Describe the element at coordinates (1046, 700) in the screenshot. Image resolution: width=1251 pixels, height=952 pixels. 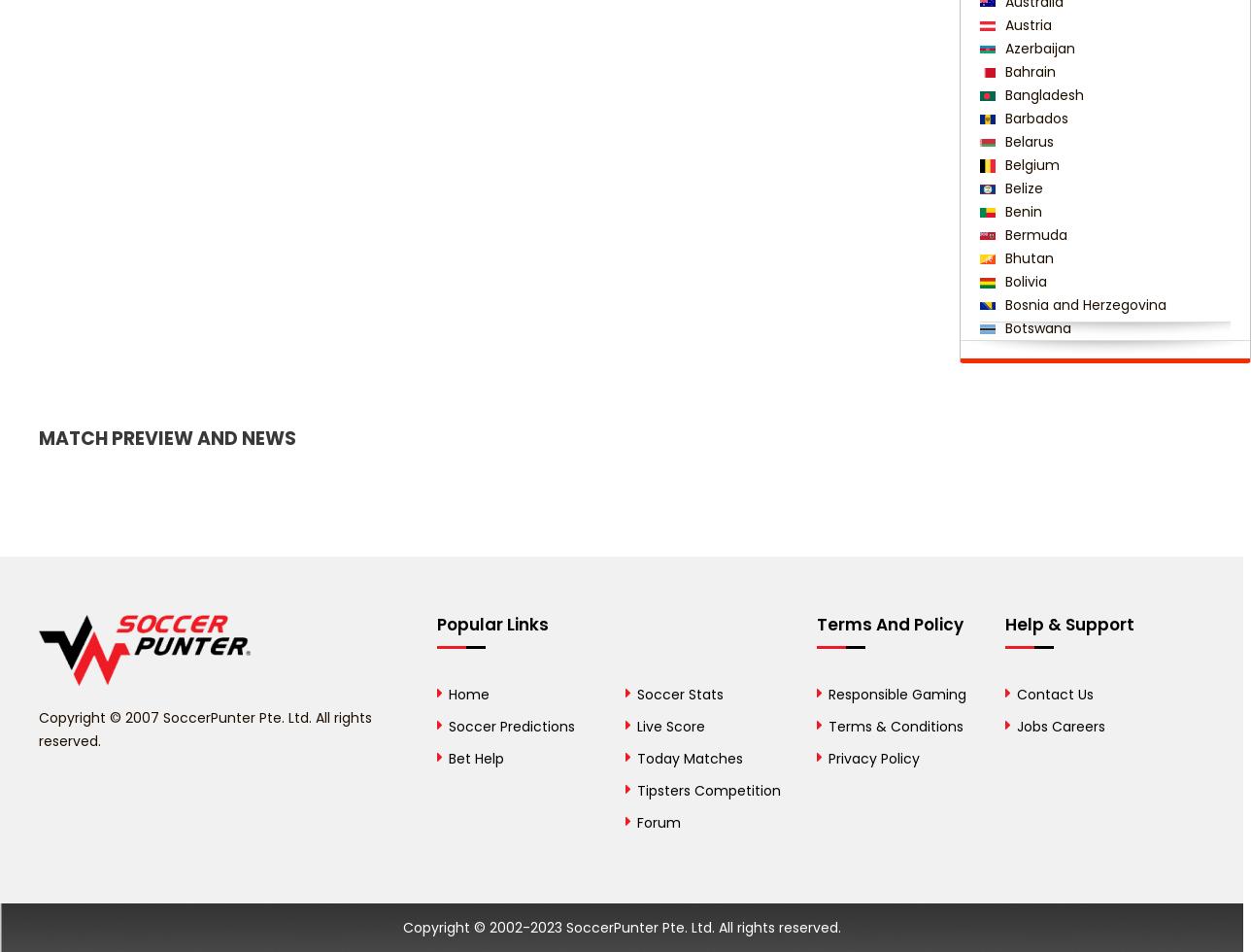
I see `'Côte d'Ivoire'` at that location.